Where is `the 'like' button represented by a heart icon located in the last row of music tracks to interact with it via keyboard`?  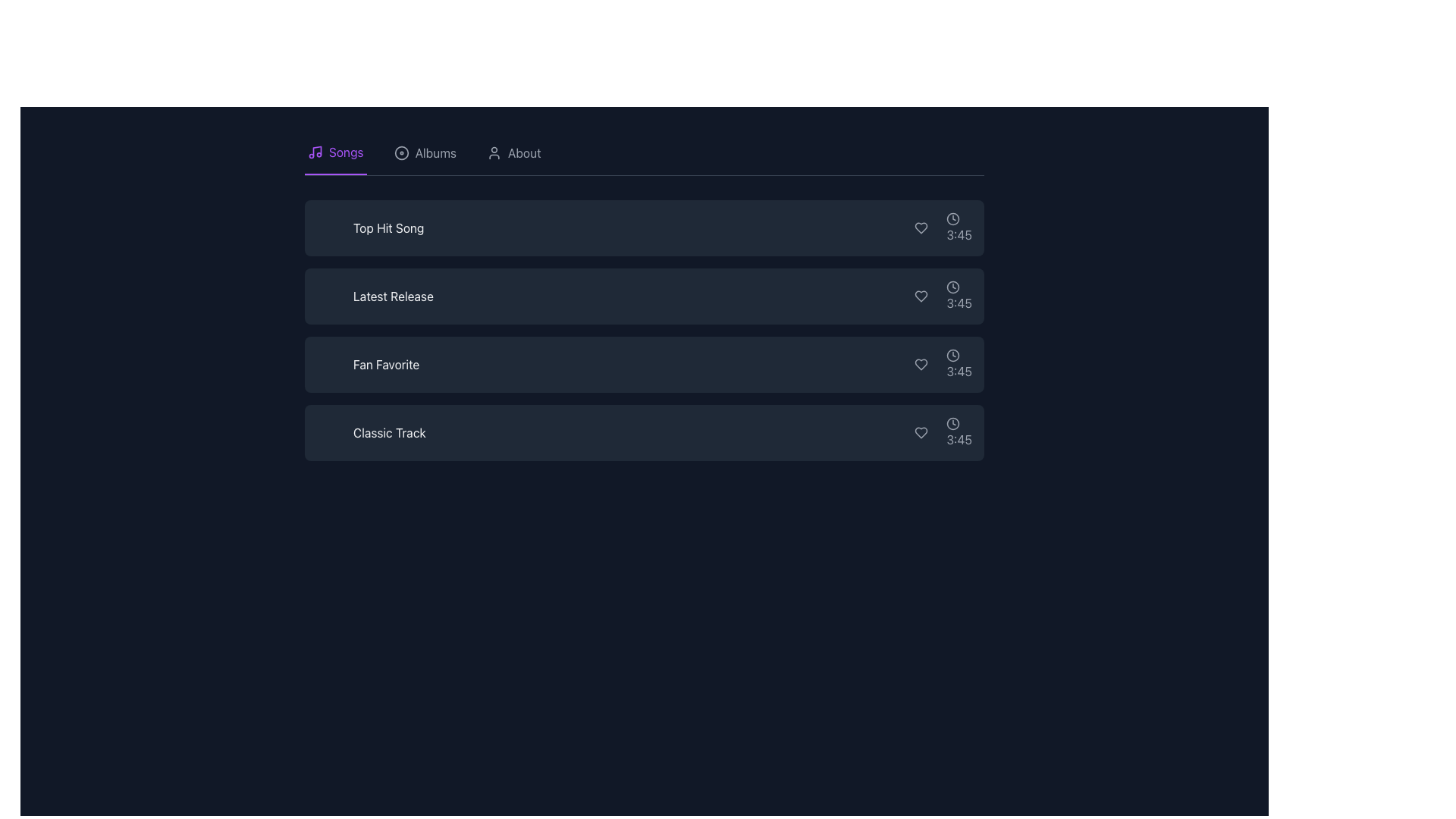 the 'like' button represented by a heart icon located in the last row of music tracks to interact with it via keyboard is located at coordinates (921, 432).